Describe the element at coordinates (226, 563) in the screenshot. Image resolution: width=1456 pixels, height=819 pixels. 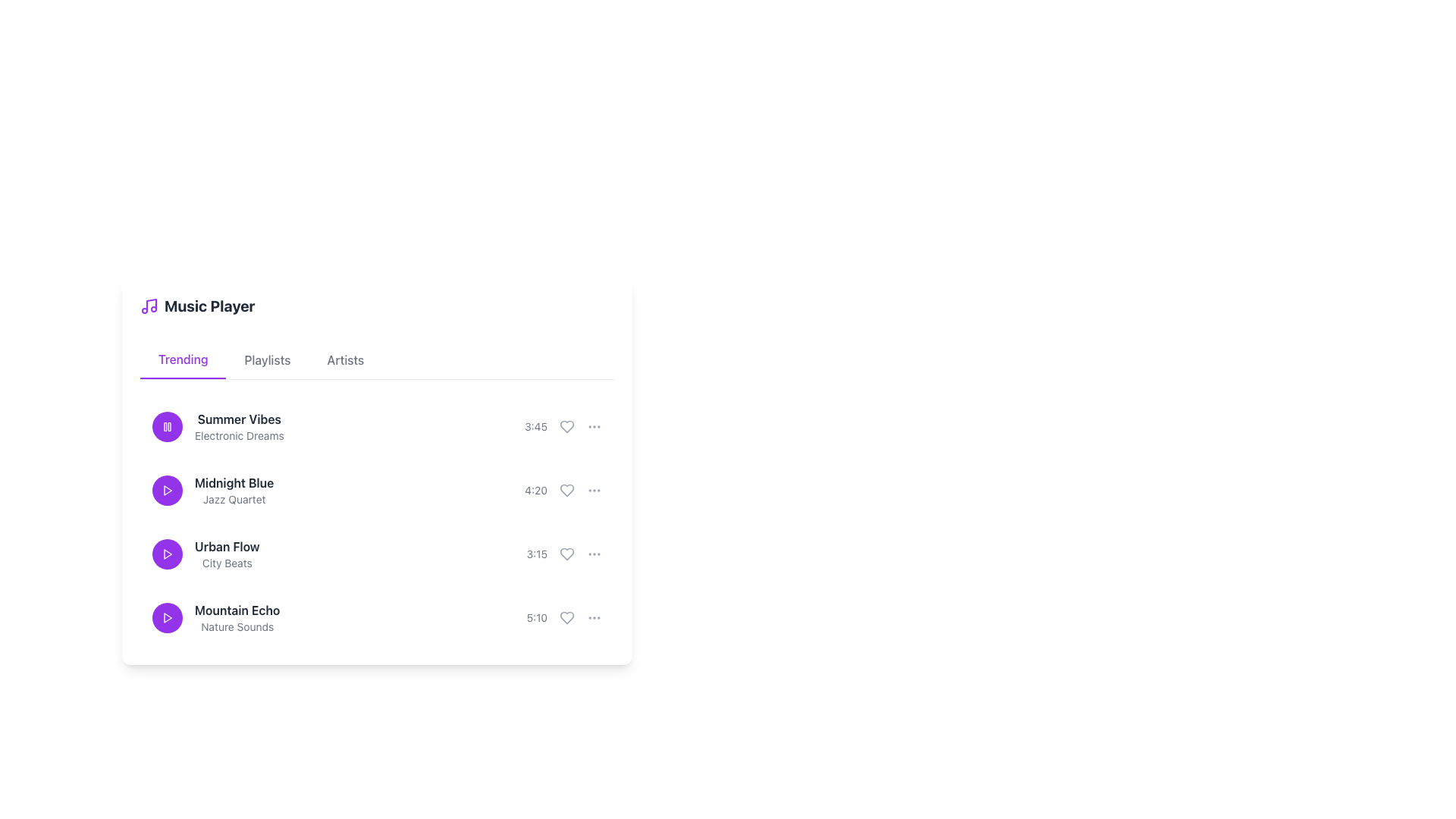
I see `the text label that reads 'City Beats', which is styled in a smaller font size and lighter gray color, located under the 'Trending' tab in the music player interface` at that location.